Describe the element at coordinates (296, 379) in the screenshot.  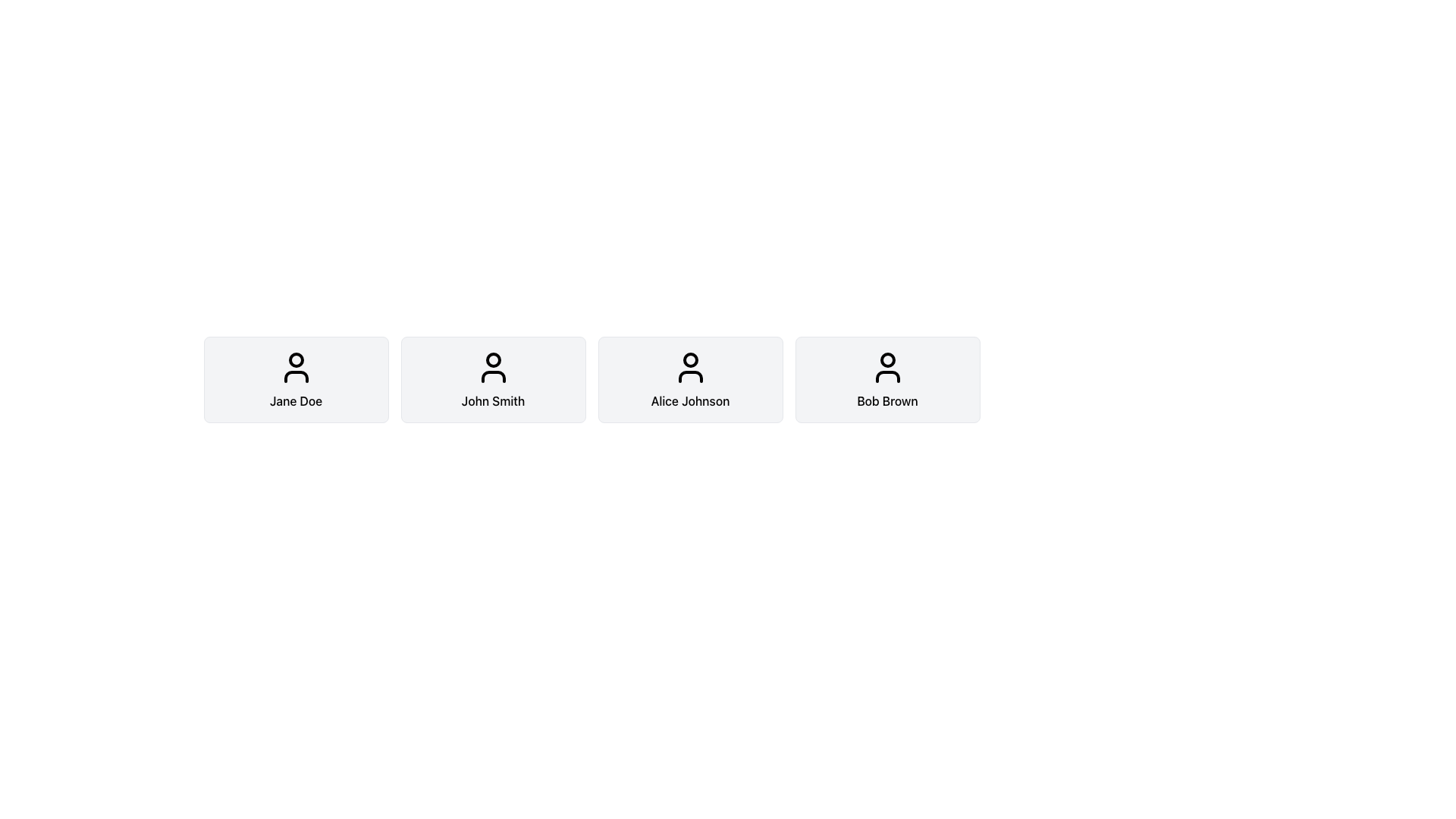
I see `the Profile Card containing the user icon and the text 'Jane Doe', which is the first card in the list of user information cards` at that location.